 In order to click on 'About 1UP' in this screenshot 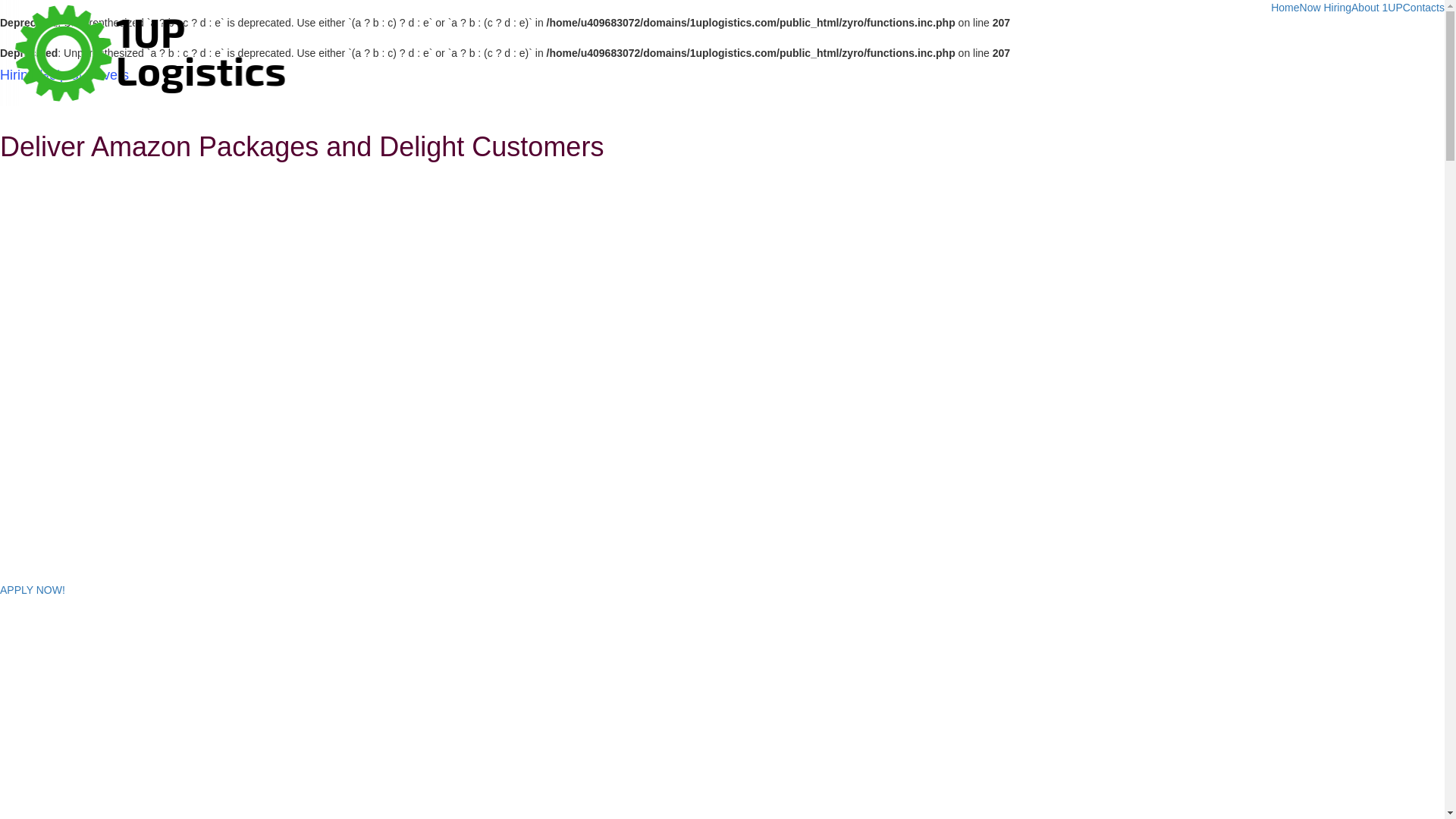, I will do `click(1376, 8)`.